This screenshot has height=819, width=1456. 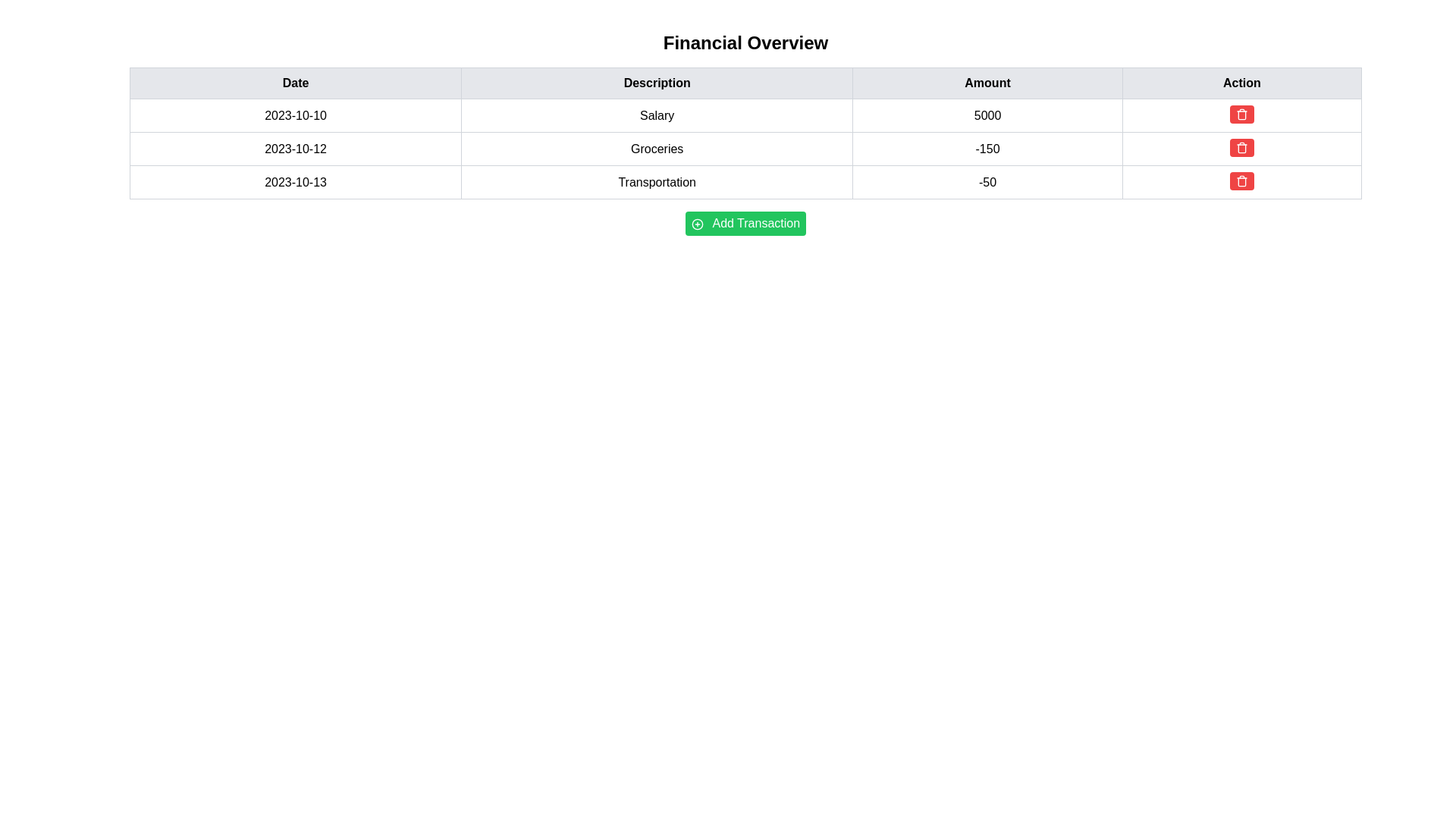 I want to click on the header label indicating monetary amounts in the table, located between 'Description' and 'Action' in the header row, so click(x=987, y=83).